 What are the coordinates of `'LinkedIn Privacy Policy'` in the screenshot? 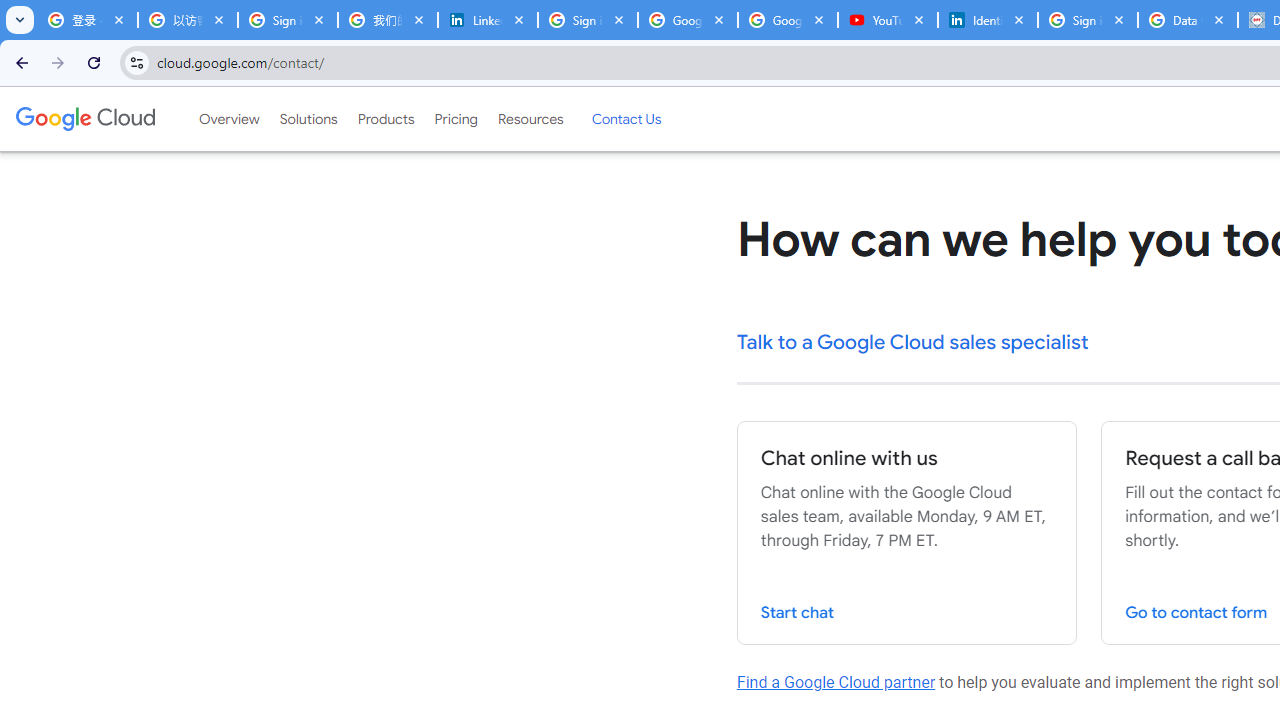 It's located at (487, 20).